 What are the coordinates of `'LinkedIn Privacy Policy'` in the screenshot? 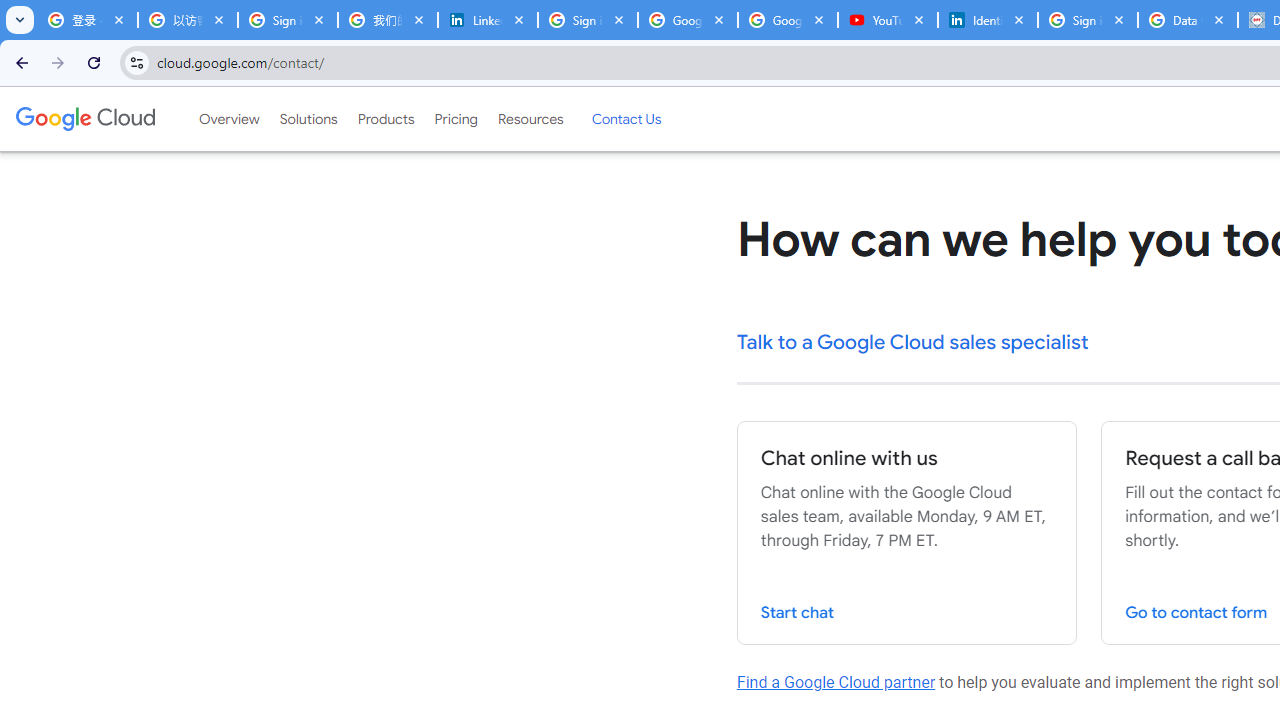 It's located at (487, 20).